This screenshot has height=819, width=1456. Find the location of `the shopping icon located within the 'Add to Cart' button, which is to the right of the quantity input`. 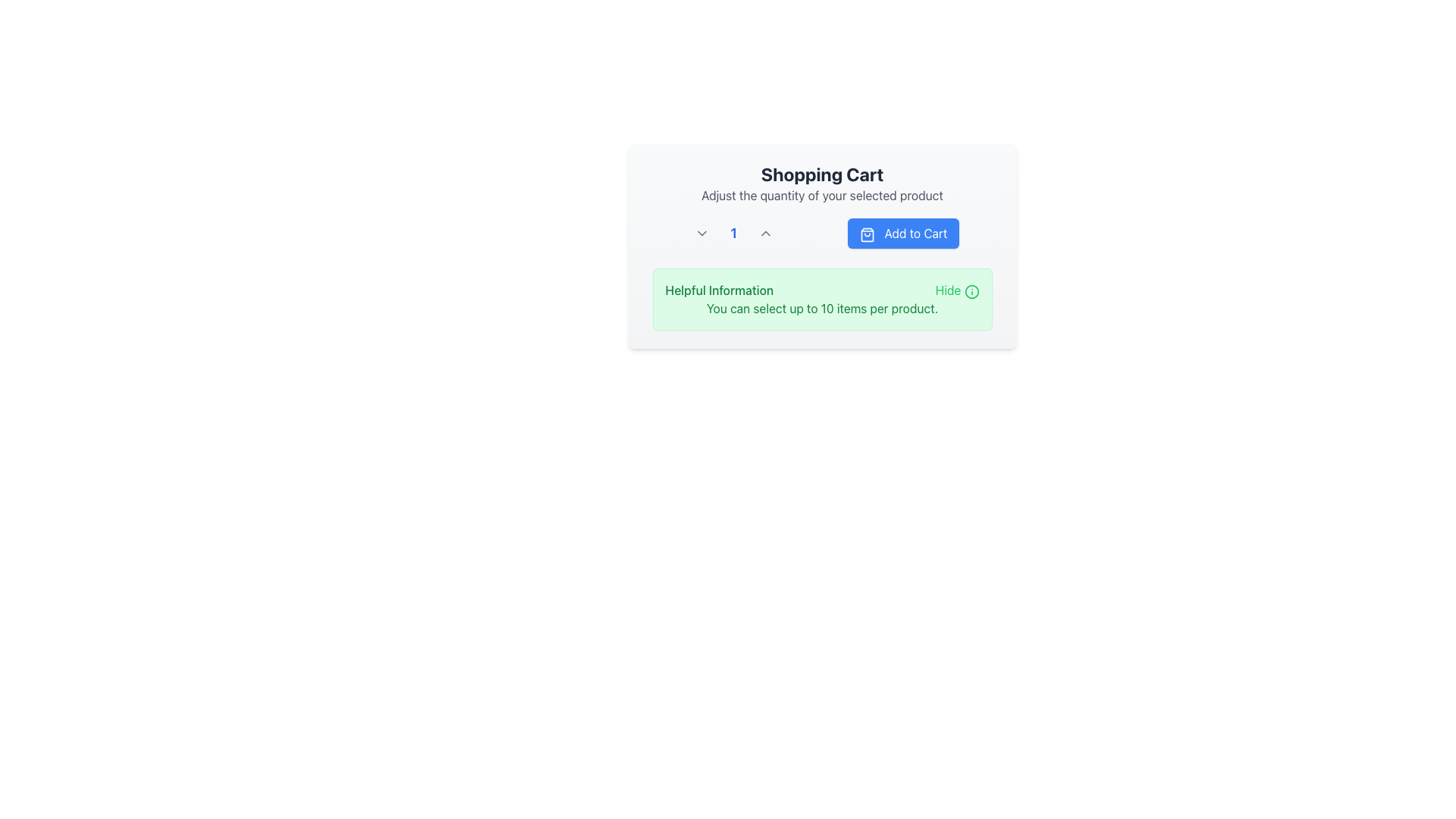

the shopping icon located within the 'Add to Cart' button, which is to the right of the quantity input is located at coordinates (868, 234).